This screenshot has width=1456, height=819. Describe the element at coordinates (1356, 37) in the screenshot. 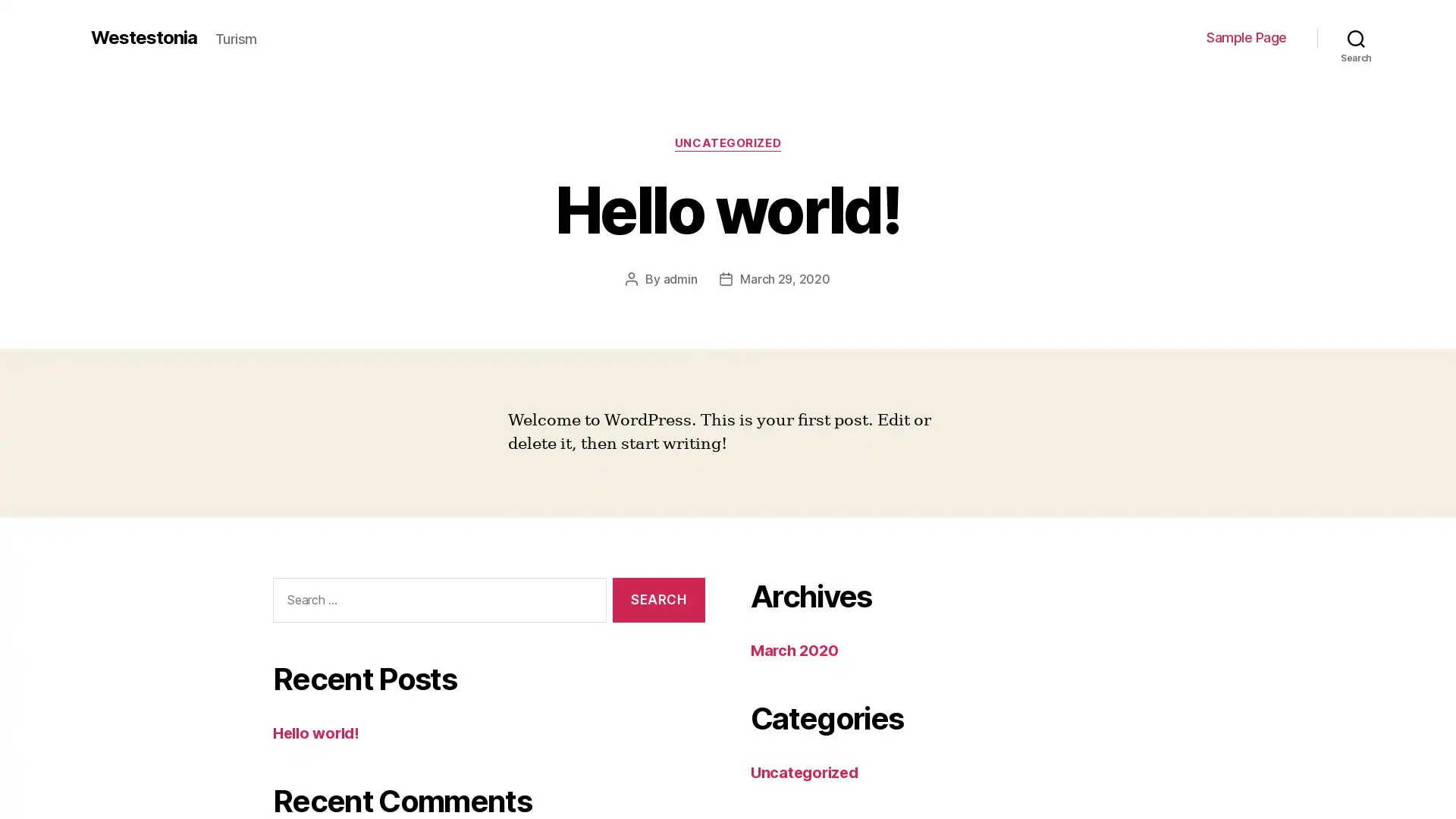

I see `Search` at that location.